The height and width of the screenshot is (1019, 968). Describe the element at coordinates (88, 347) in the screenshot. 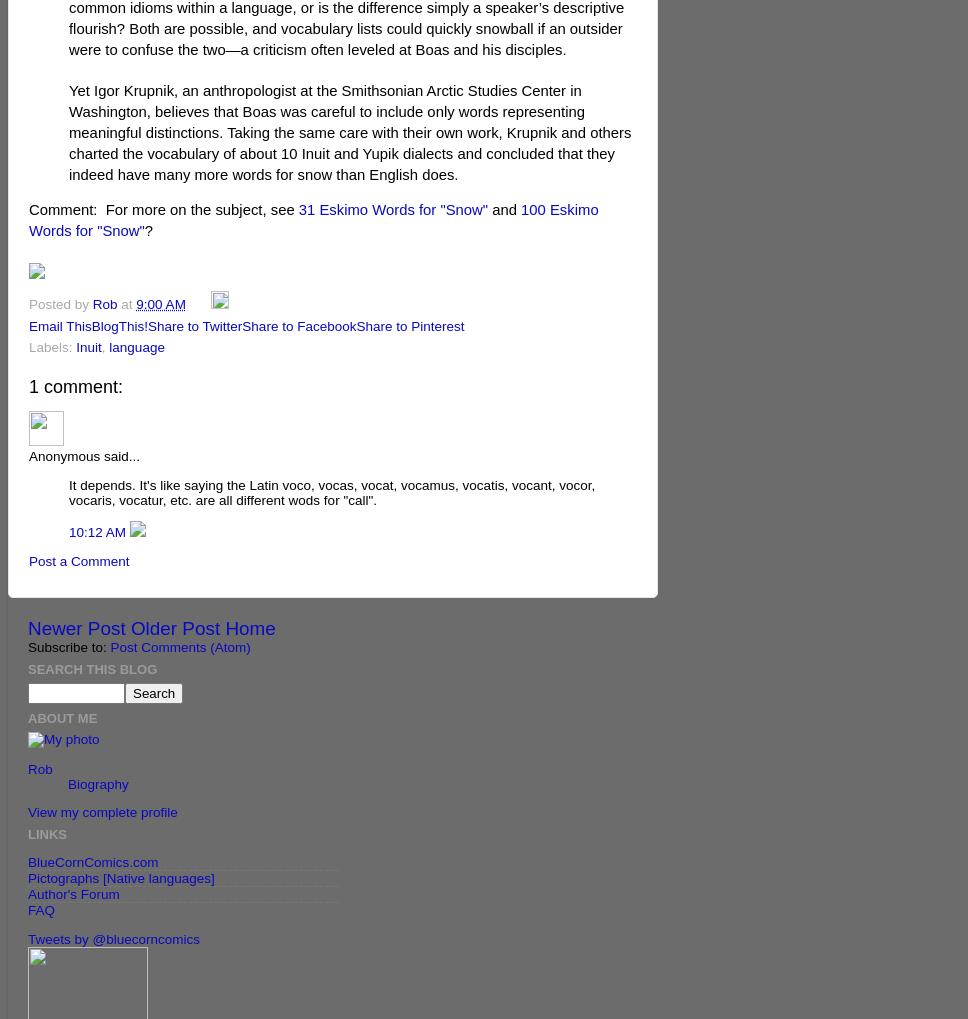

I see `'Inuit'` at that location.